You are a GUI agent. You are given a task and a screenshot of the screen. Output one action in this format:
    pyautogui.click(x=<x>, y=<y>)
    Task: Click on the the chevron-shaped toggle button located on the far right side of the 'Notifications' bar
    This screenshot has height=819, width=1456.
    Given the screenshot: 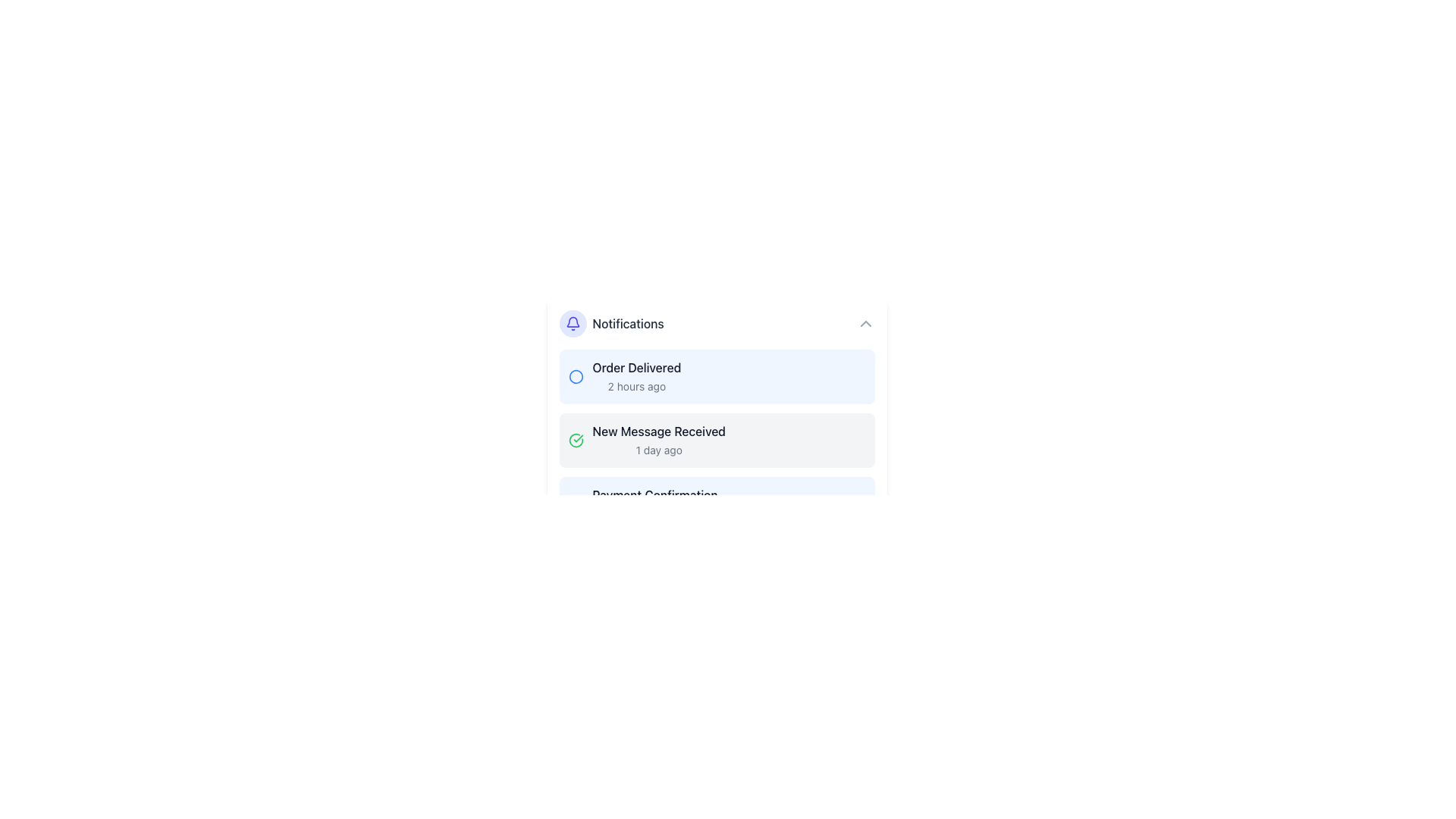 What is the action you would take?
    pyautogui.click(x=865, y=323)
    